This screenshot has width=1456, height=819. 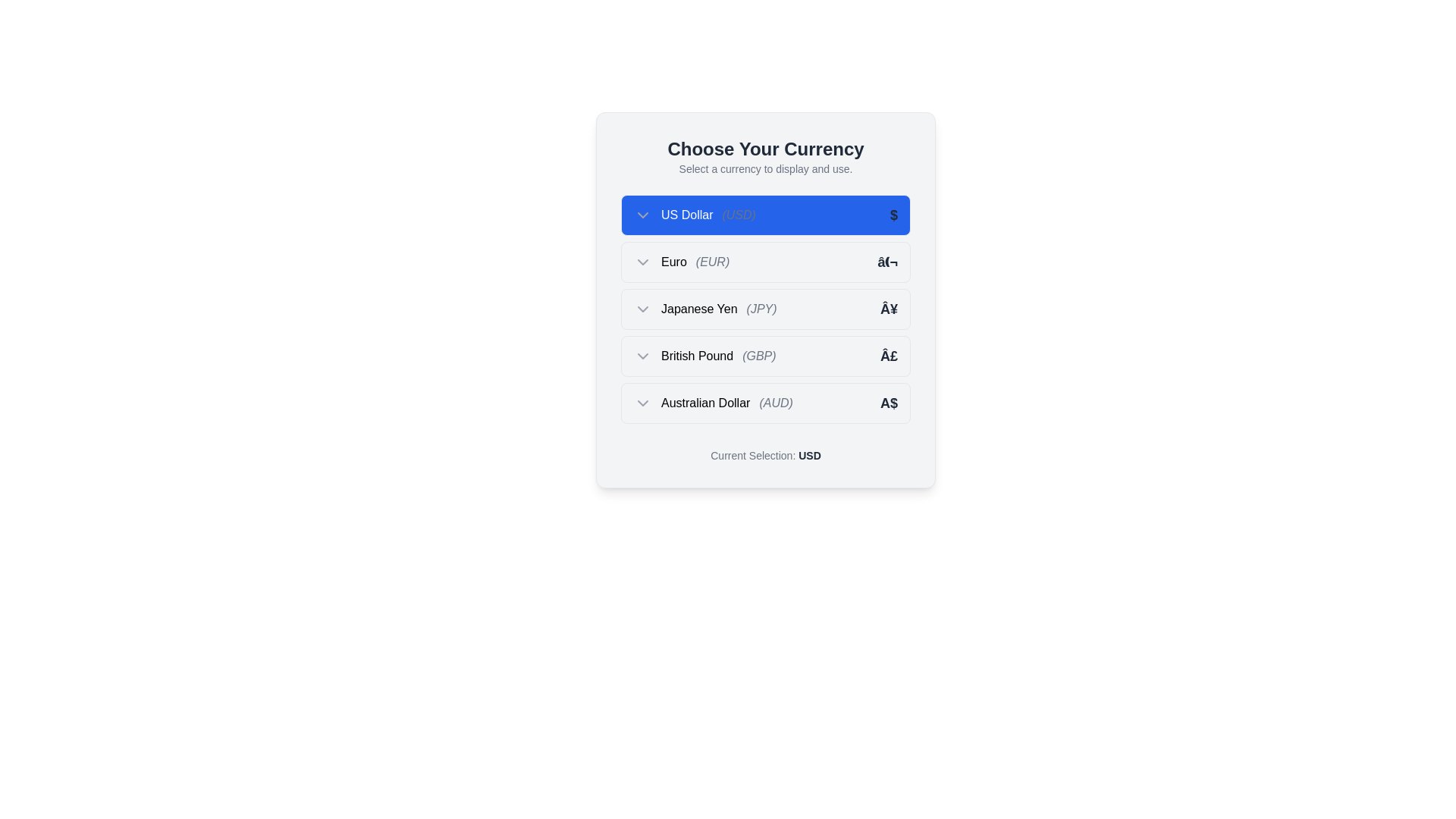 What do you see at coordinates (765, 300) in the screenshot?
I see `the selectable item for Japanese Yen in the dropdown list` at bounding box center [765, 300].